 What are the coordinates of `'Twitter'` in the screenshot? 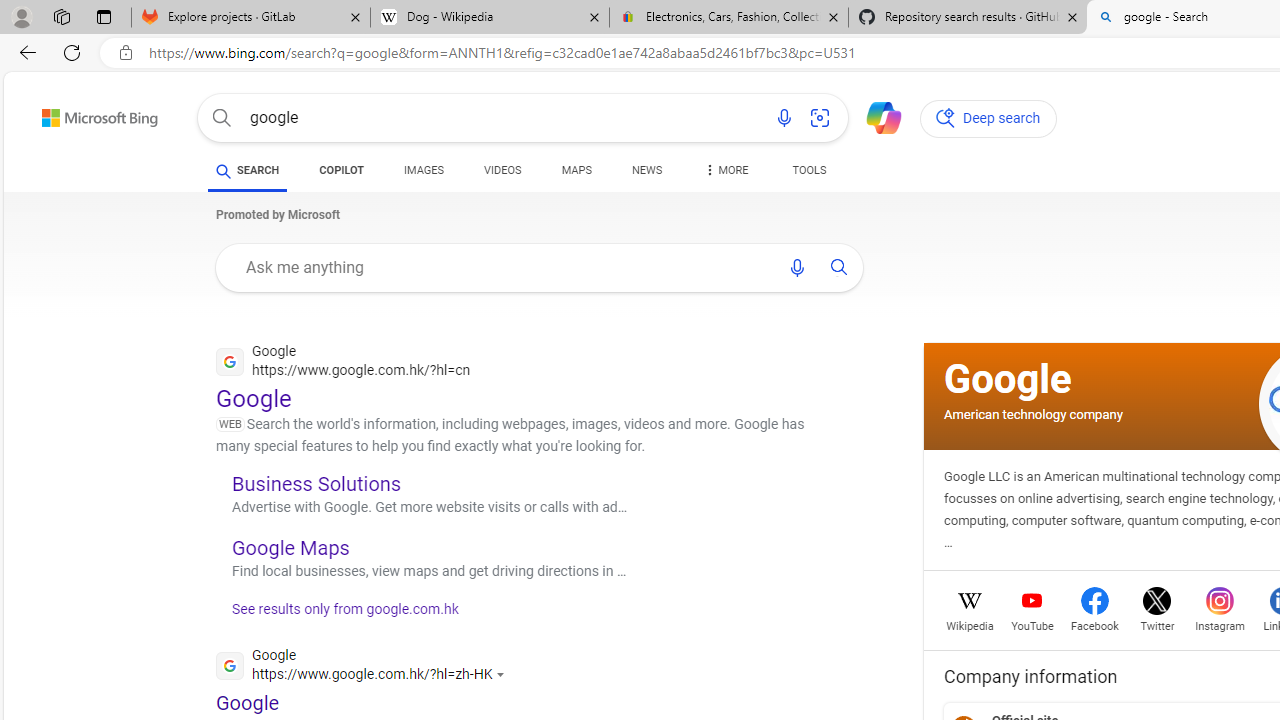 It's located at (1157, 623).